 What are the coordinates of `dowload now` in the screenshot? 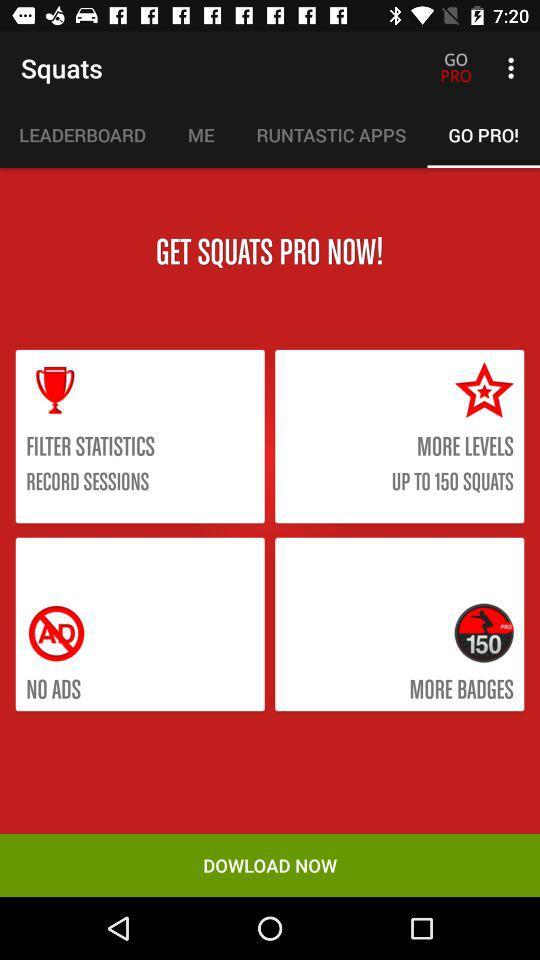 It's located at (270, 864).